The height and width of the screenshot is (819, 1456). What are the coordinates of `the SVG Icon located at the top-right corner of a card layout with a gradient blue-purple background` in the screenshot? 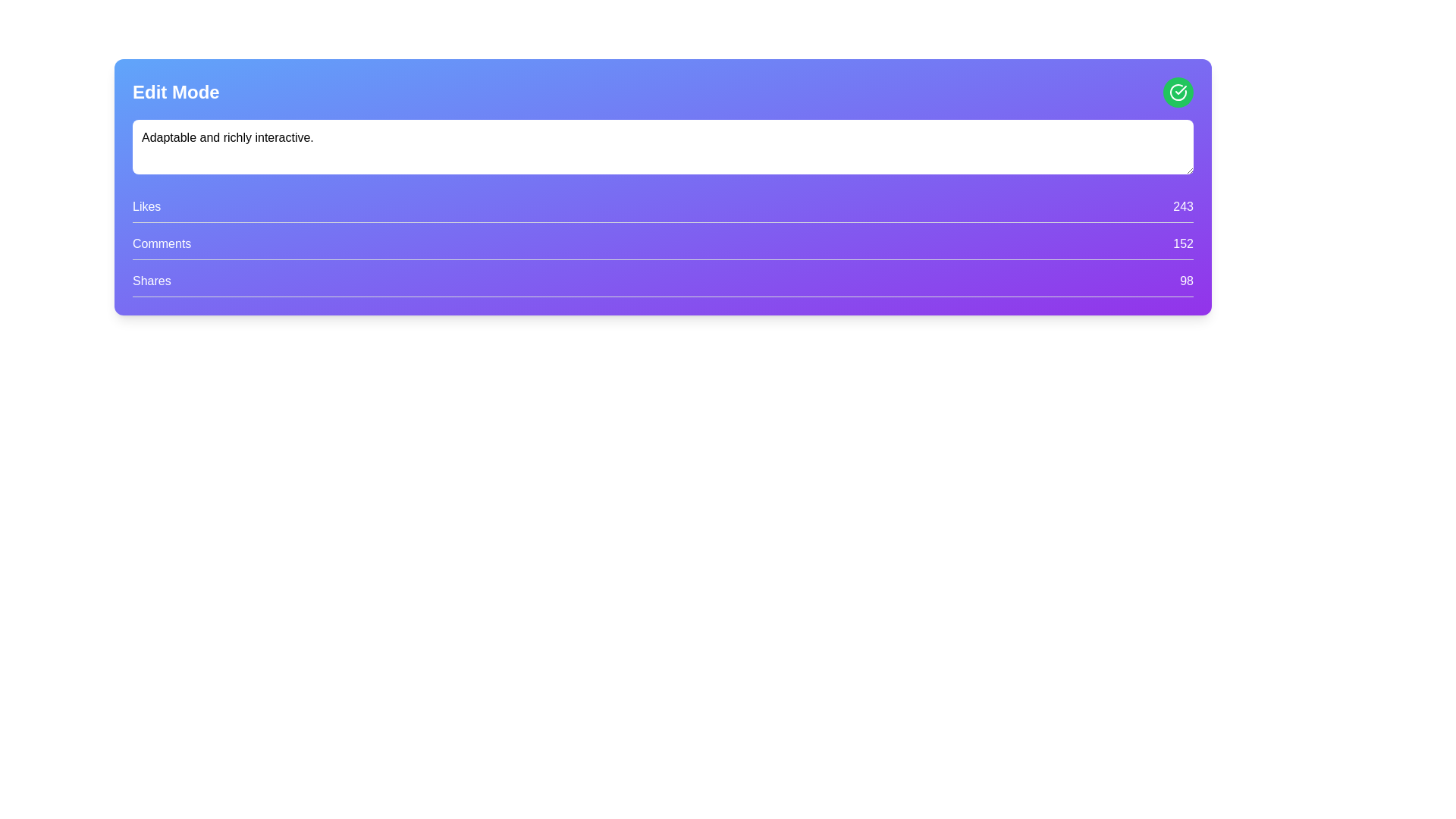 It's located at (1178, 93).